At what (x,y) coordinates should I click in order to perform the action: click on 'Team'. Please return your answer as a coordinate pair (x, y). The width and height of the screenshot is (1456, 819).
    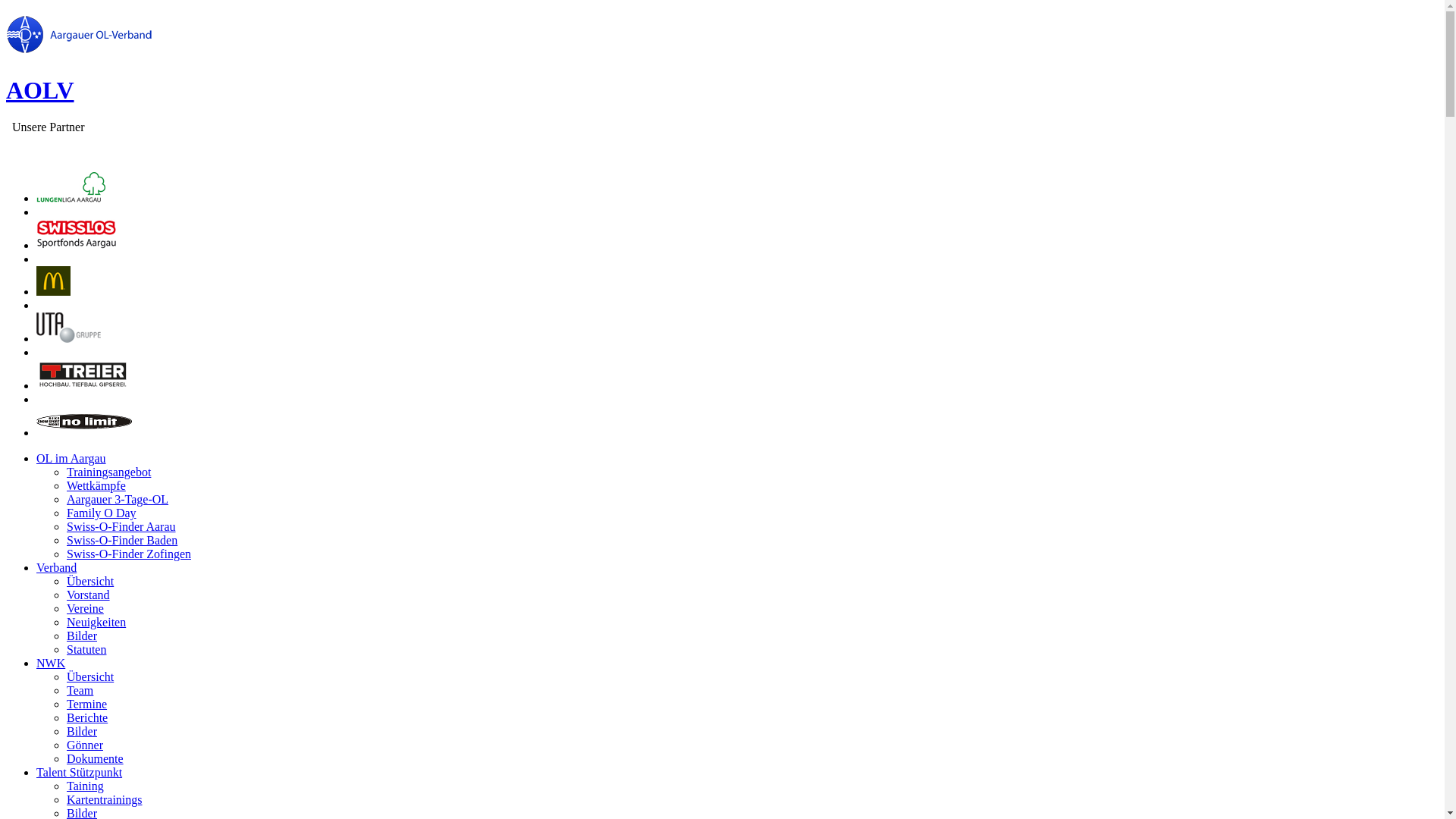
    Looking at the image, I should click on (65, 690).